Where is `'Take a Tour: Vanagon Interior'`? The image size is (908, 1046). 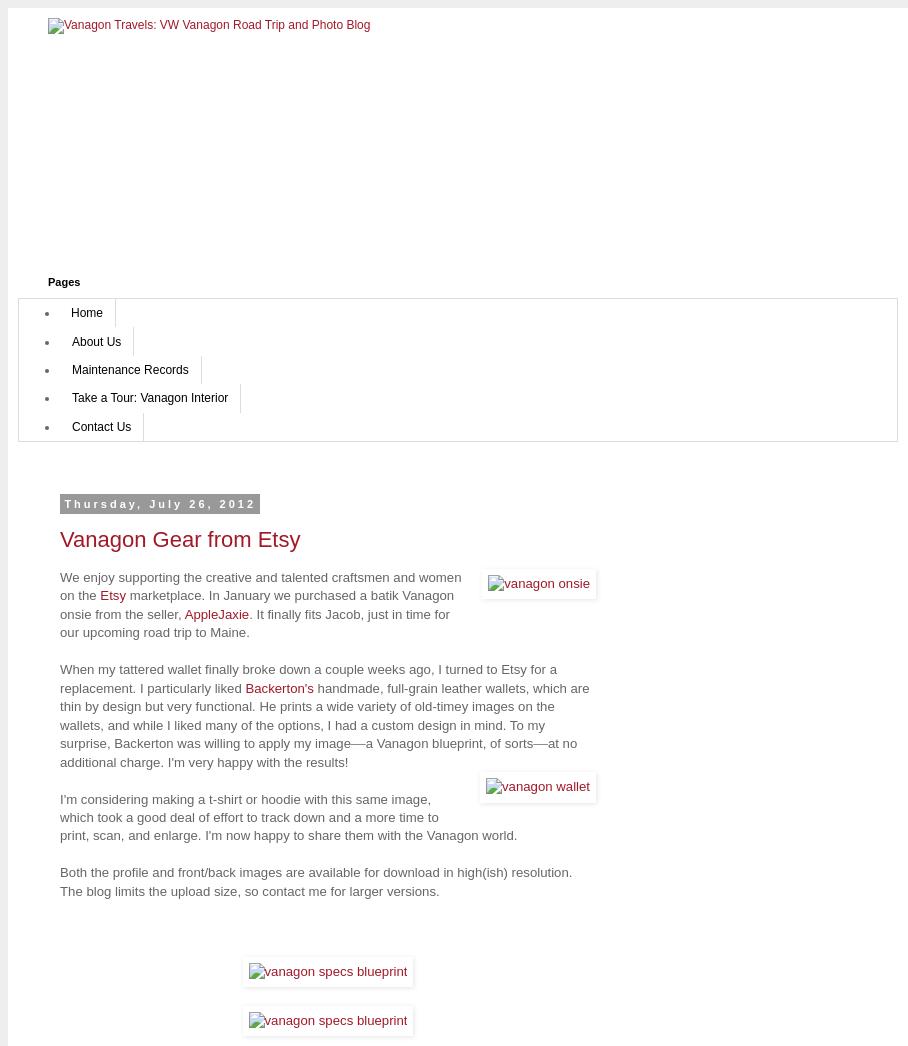 'Take a Tour: Vanagon Interior' is located at coordinates (150, 398).